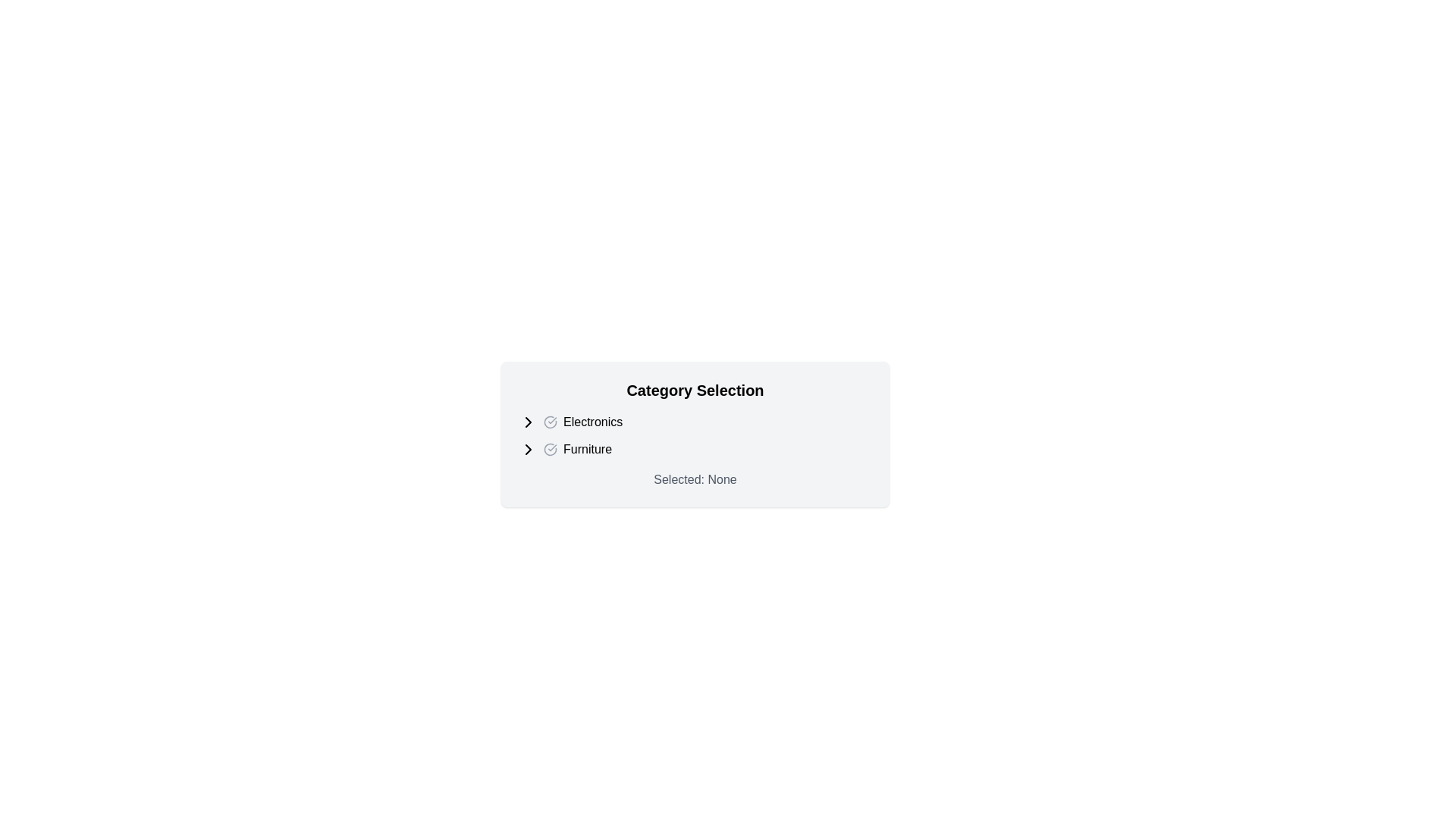  What do you see at coordinates (528, 449) in the screenshot?
I see `the Icon located` at bounding box center [528, 449].